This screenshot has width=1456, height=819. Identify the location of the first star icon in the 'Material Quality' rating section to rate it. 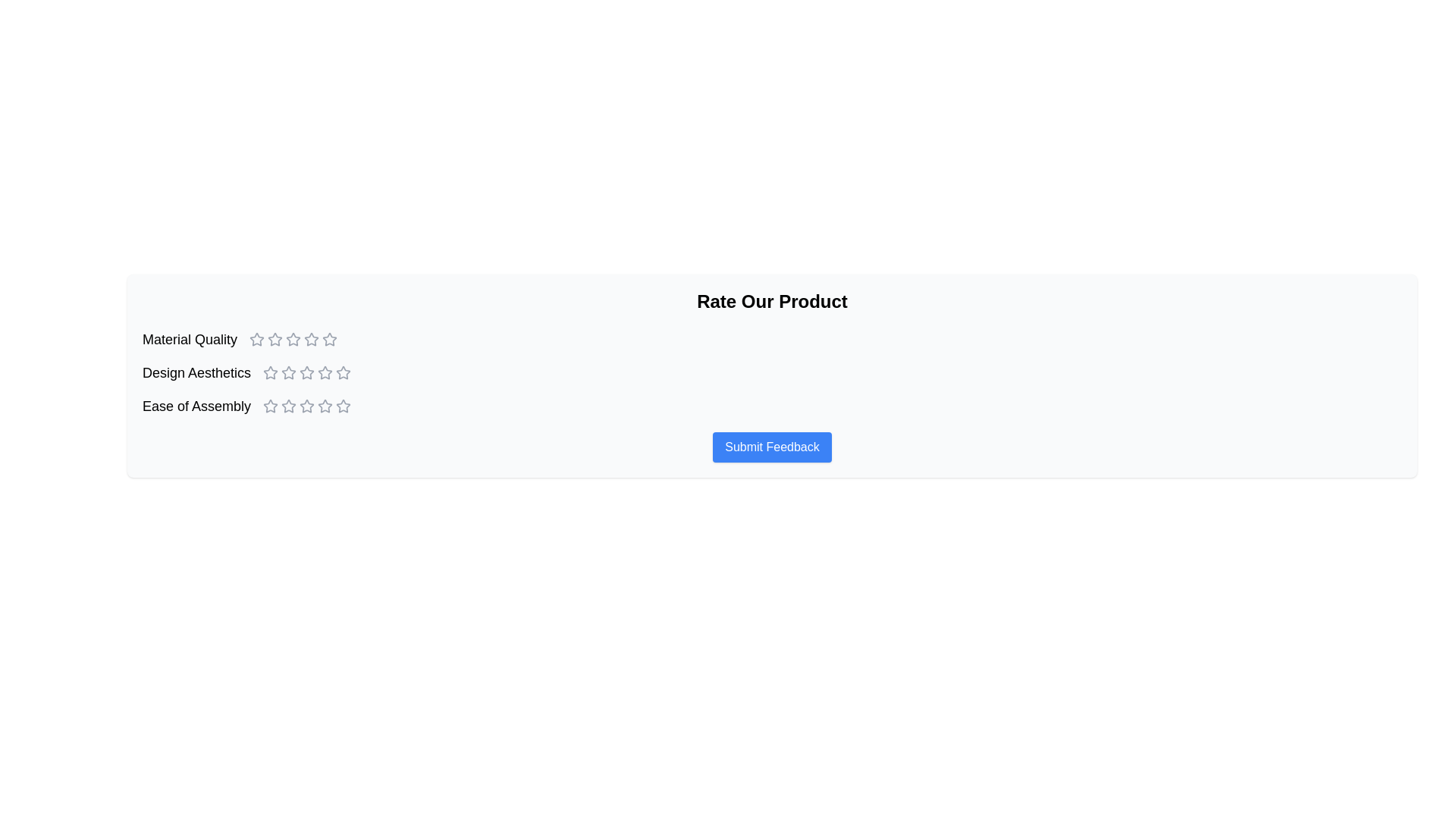
(275, 338).